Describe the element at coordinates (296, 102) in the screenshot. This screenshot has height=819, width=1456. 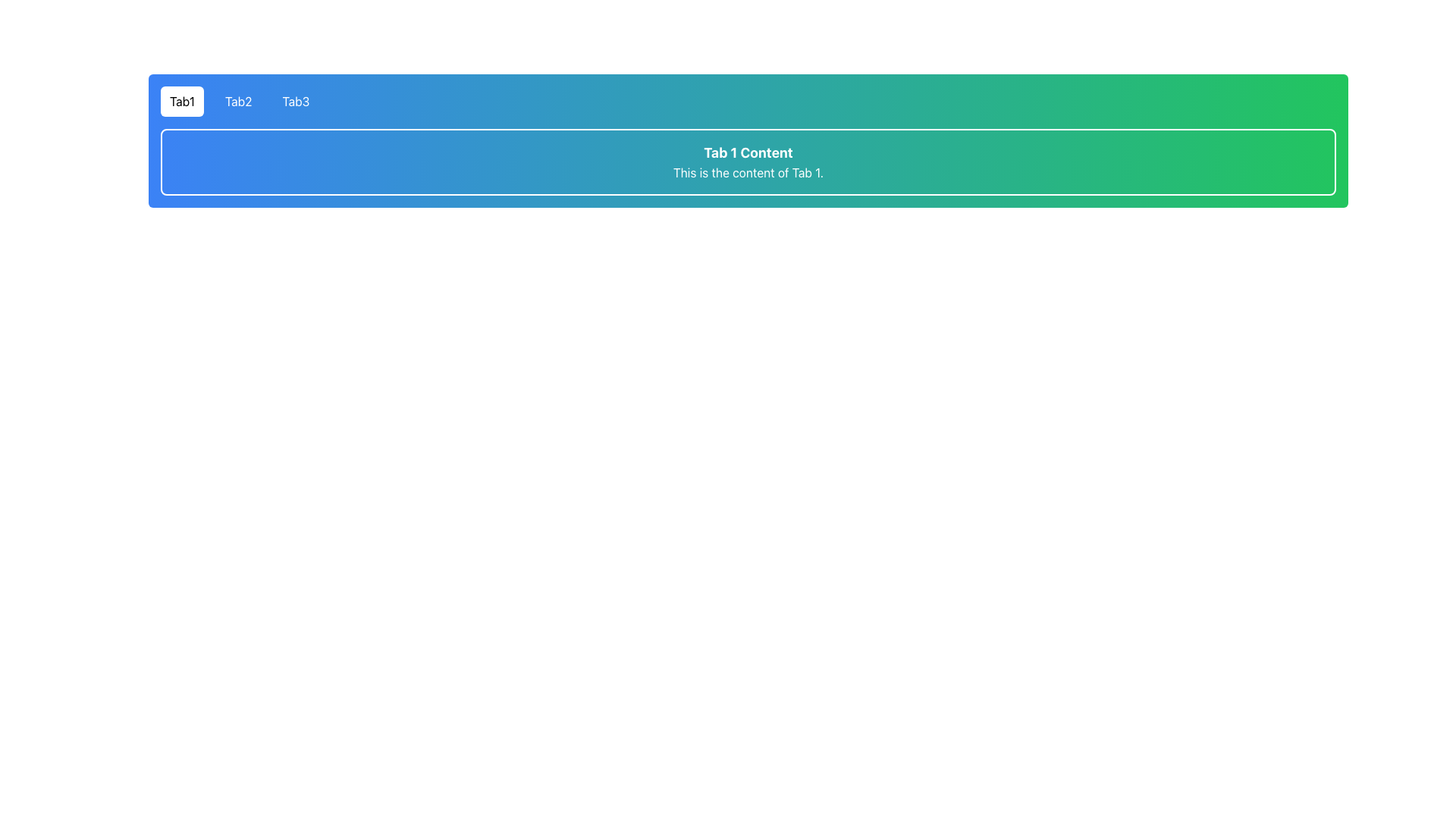
I see `the 'Tab3' navigation item to switch the application view to the corresponding content` at that location.